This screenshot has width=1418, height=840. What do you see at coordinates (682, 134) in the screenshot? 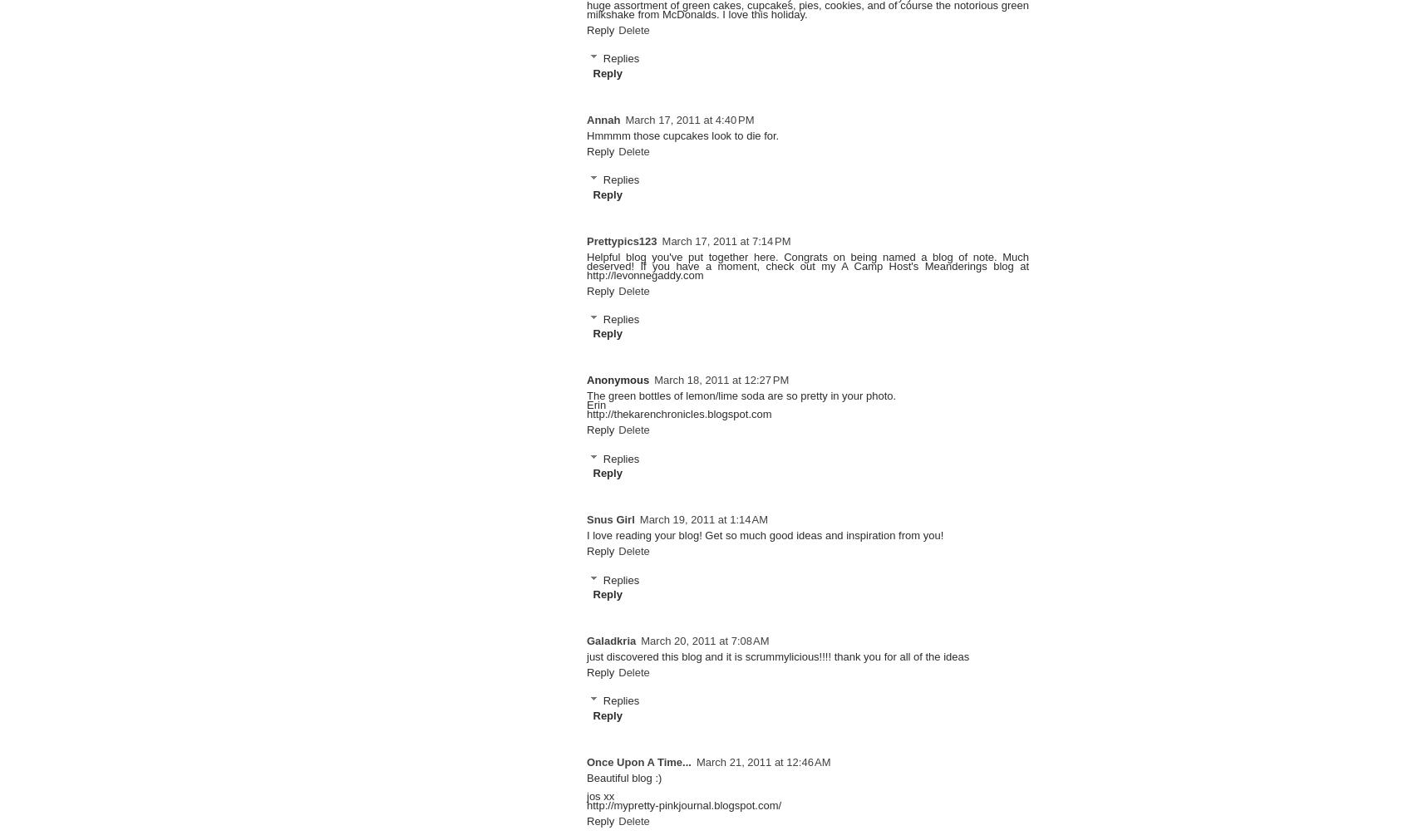
I see `'Hmmmm those cupcakes look to die for.'` at bounding box center [682, 134].